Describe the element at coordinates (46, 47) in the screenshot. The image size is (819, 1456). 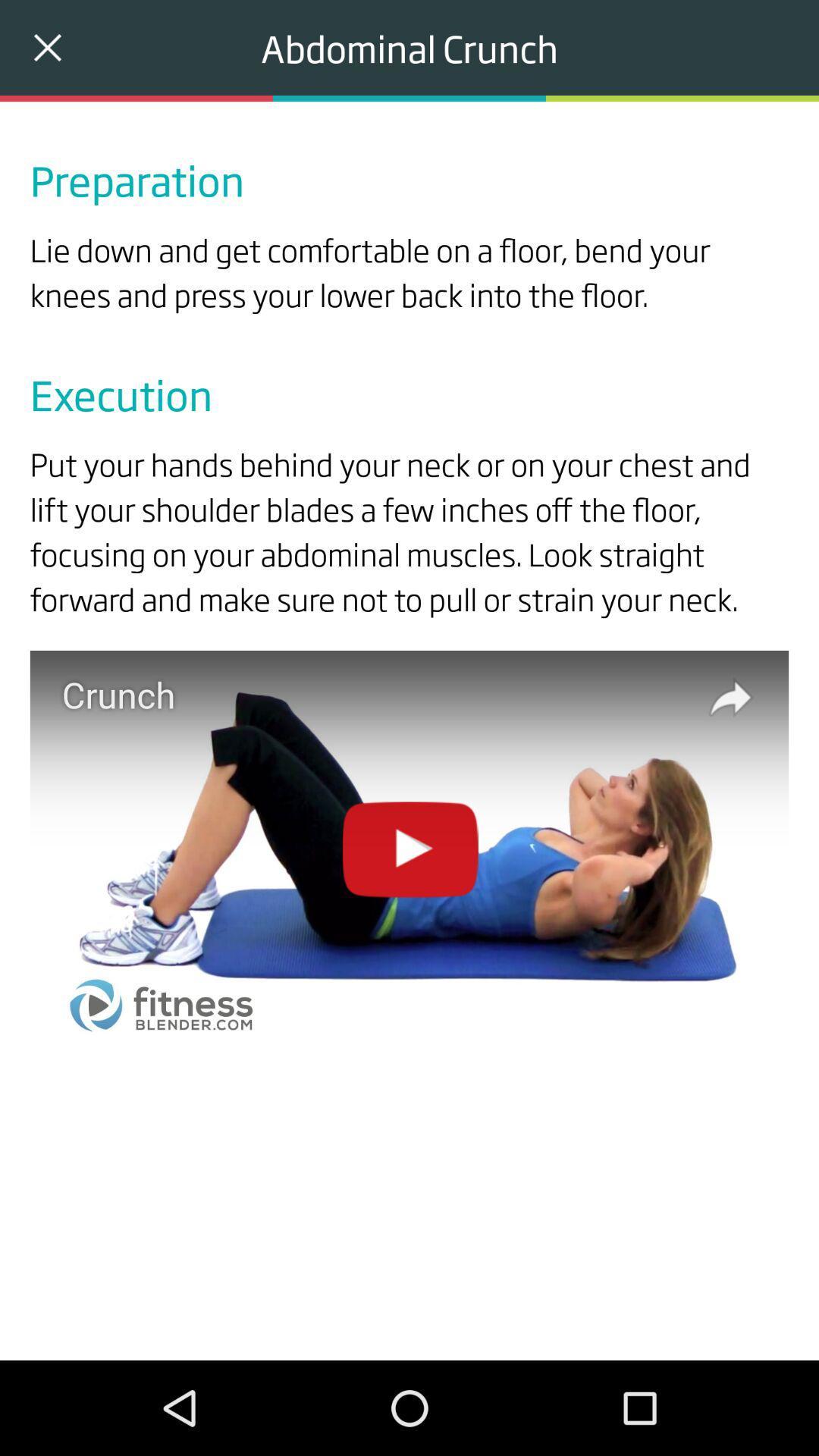
I see `the close icon` at that location.